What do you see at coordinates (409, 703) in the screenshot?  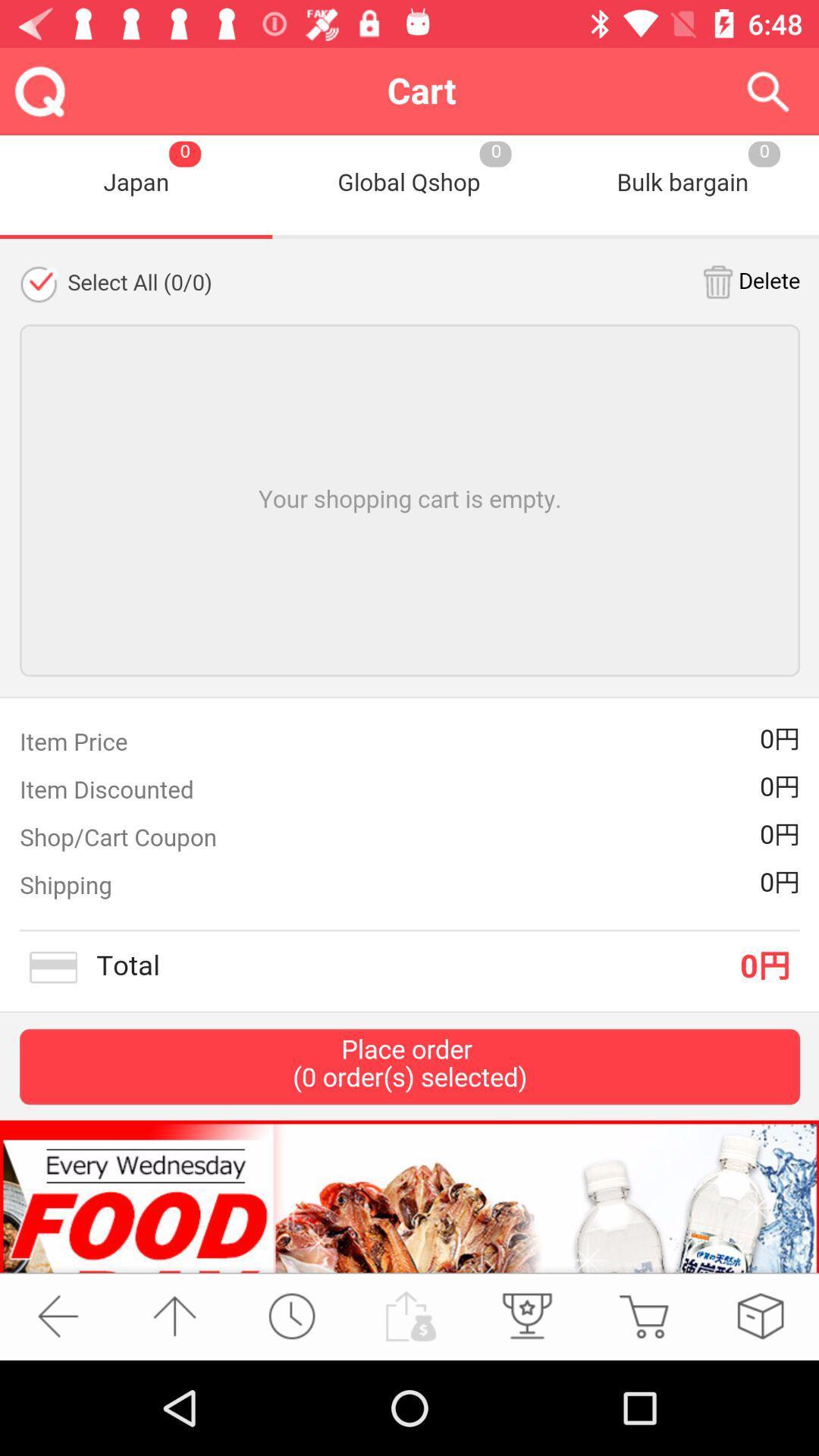 I see `description` at bounding box center [409, 703].